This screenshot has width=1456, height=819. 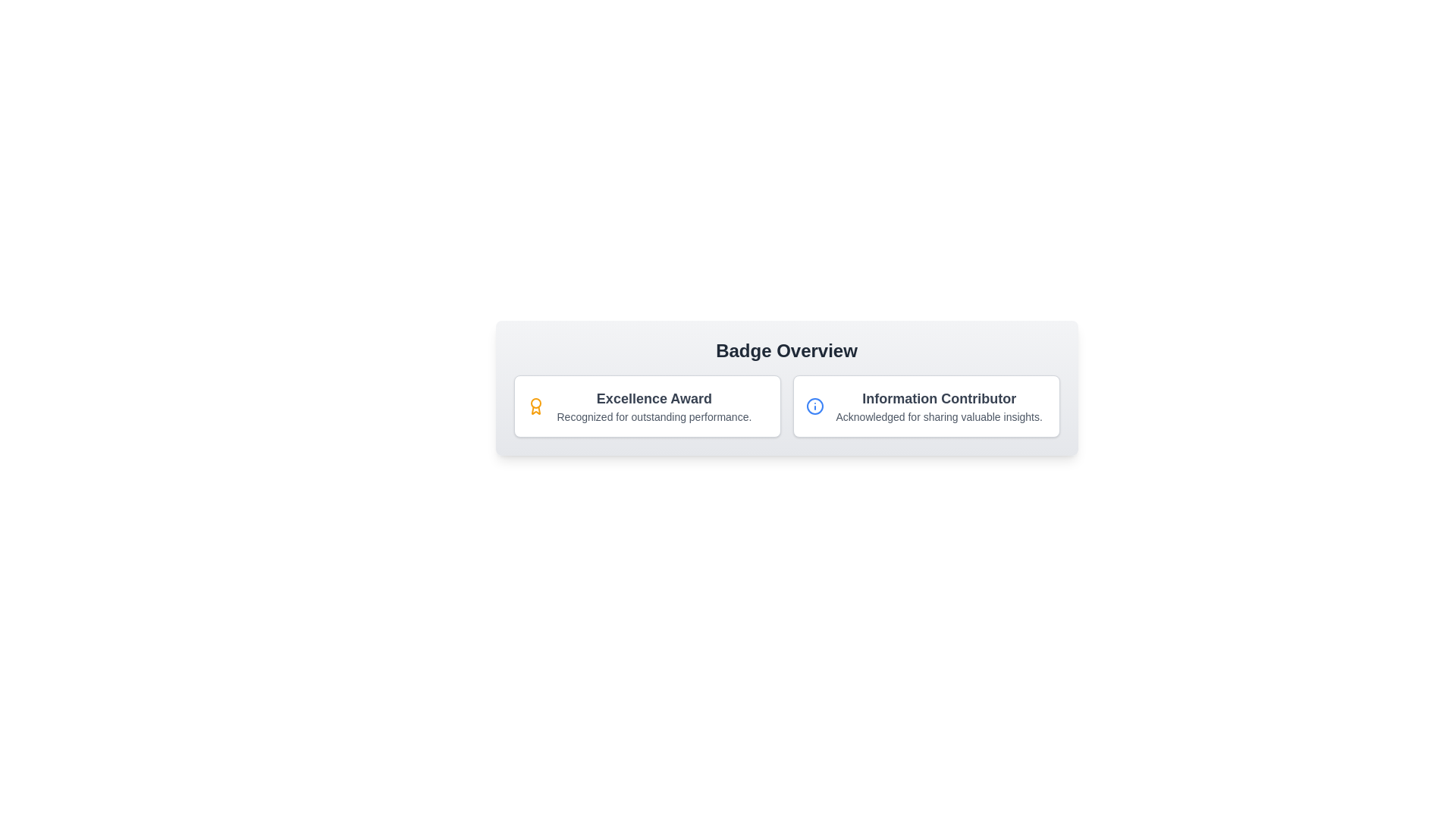 What do you see at coordinates (535, 406) in the screenshot?
I see `the amber-colored award medallion icon located on the left side of the 'Excellence Award' section` at bounding box center [535, 406].